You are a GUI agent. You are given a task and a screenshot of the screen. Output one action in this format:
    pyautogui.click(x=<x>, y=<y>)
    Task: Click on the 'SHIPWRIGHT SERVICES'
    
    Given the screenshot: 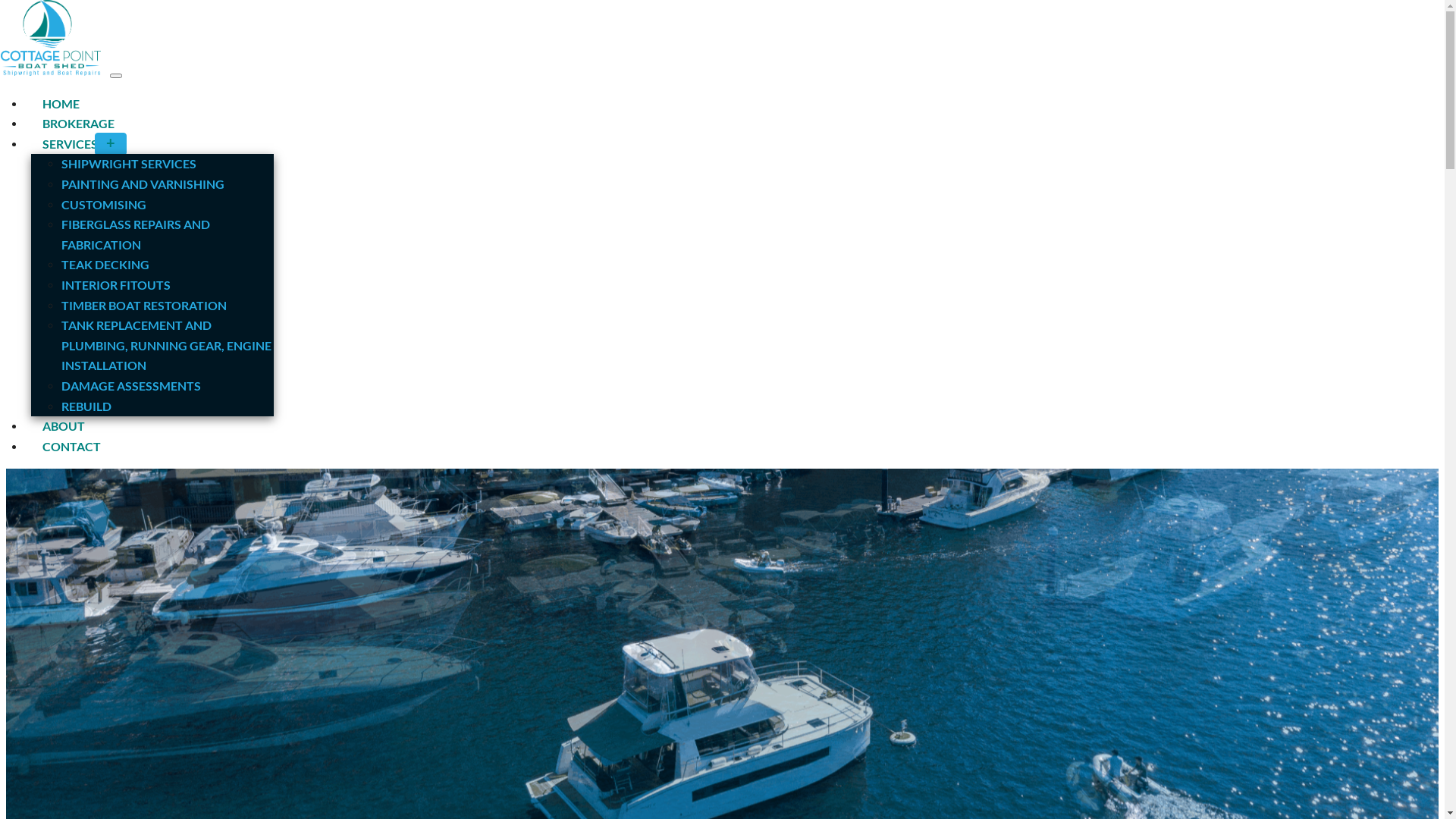 What is the action you would take?
    pyautogui.click(x=128, y=163)
    